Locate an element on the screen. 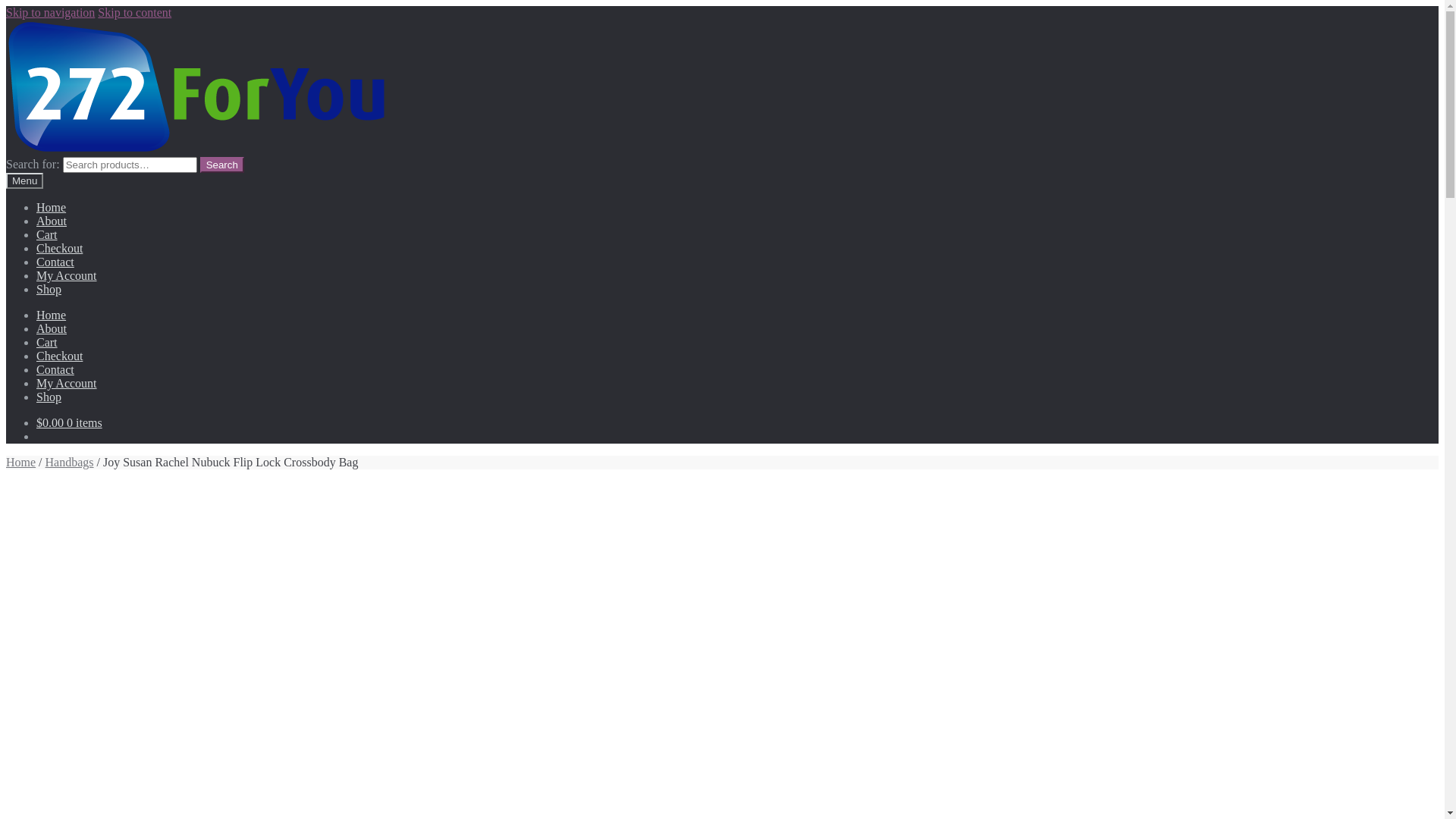 The width and height of the screenshot is (1456, 819). 'My Account' is located at coordinates (36, 275).